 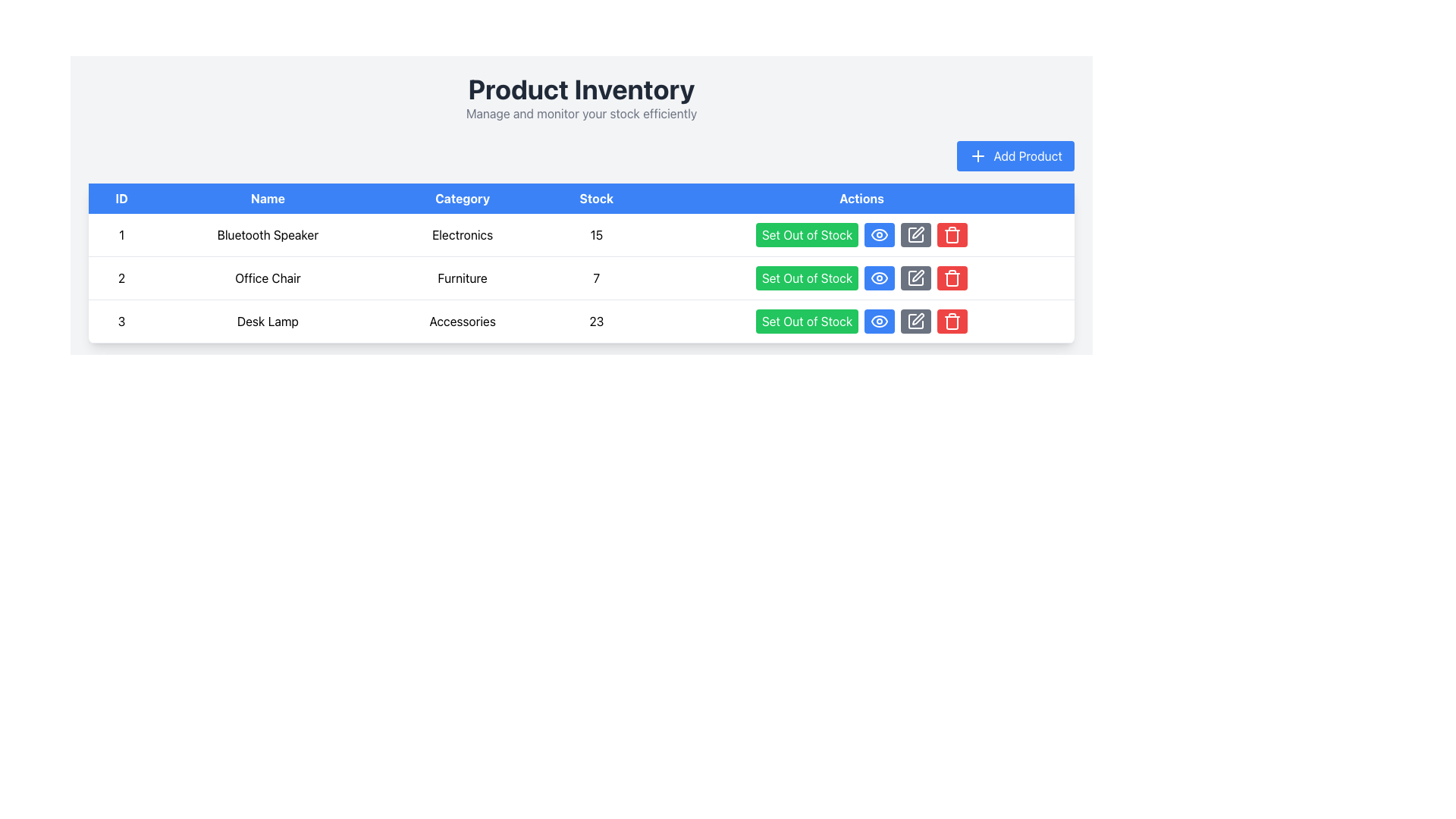 I want to click on the Table Header Cell that labels the column for categories, positioned as the third cell from the left between the 'Name' and 'Stock' headers, so click(x=462, y=198).